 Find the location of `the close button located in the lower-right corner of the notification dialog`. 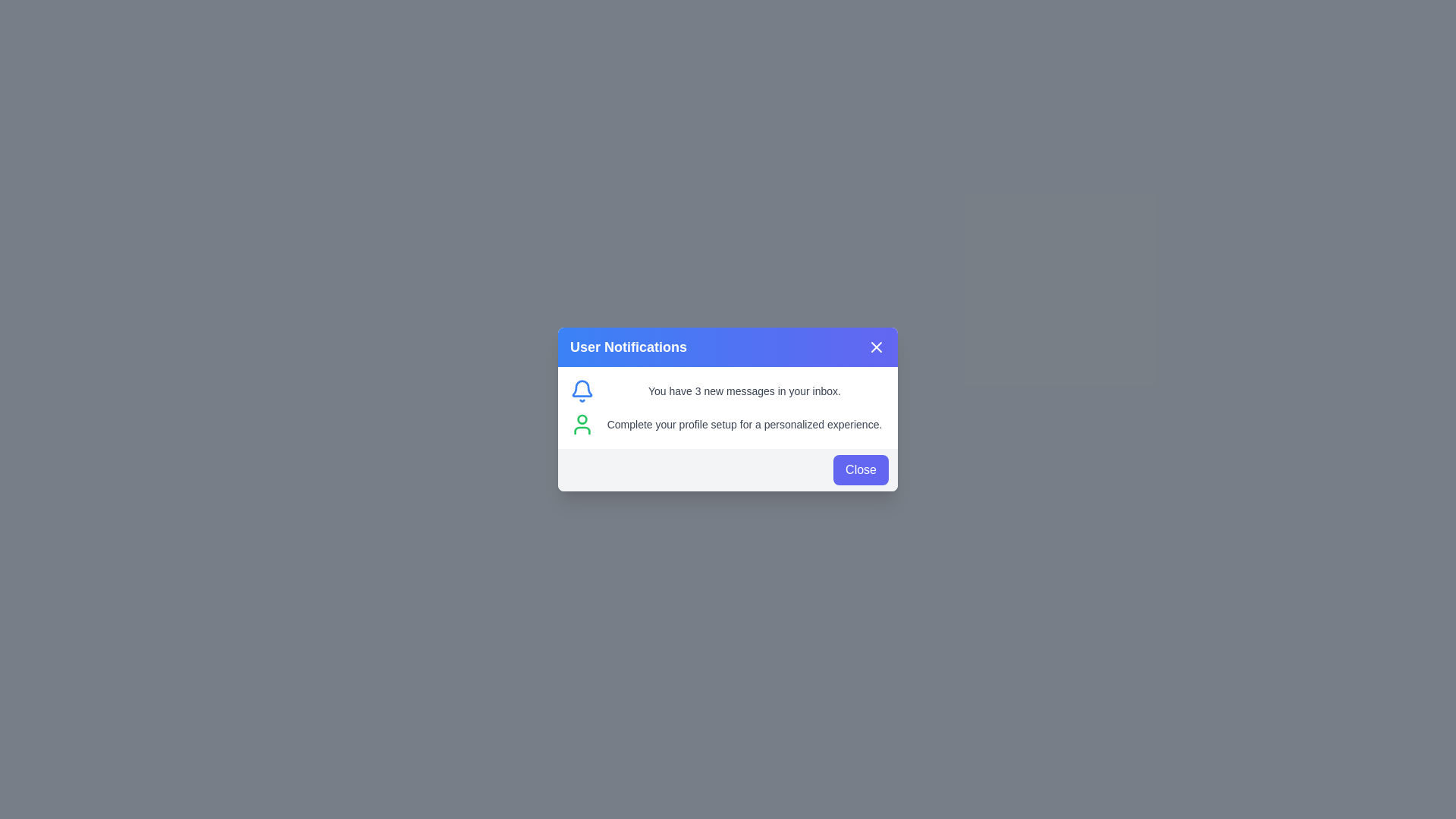

the close button located in the lower-right corner of the notification dialog is located at coordinates (861, 469).